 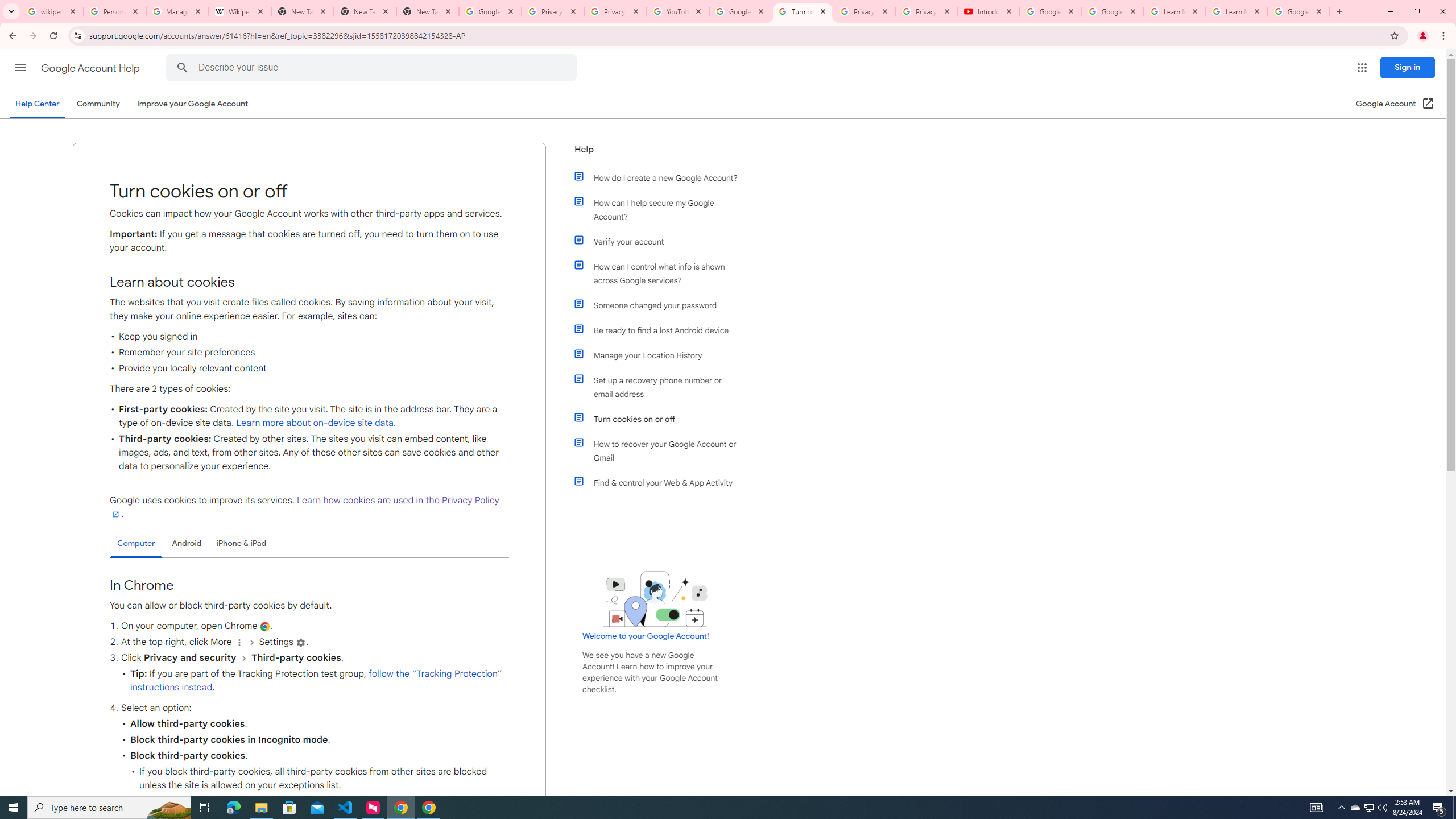 What do you see at coordinates (661, 305) in the screenshot?
I see `'Someone changed your password'` at bounding box center [661, 305].